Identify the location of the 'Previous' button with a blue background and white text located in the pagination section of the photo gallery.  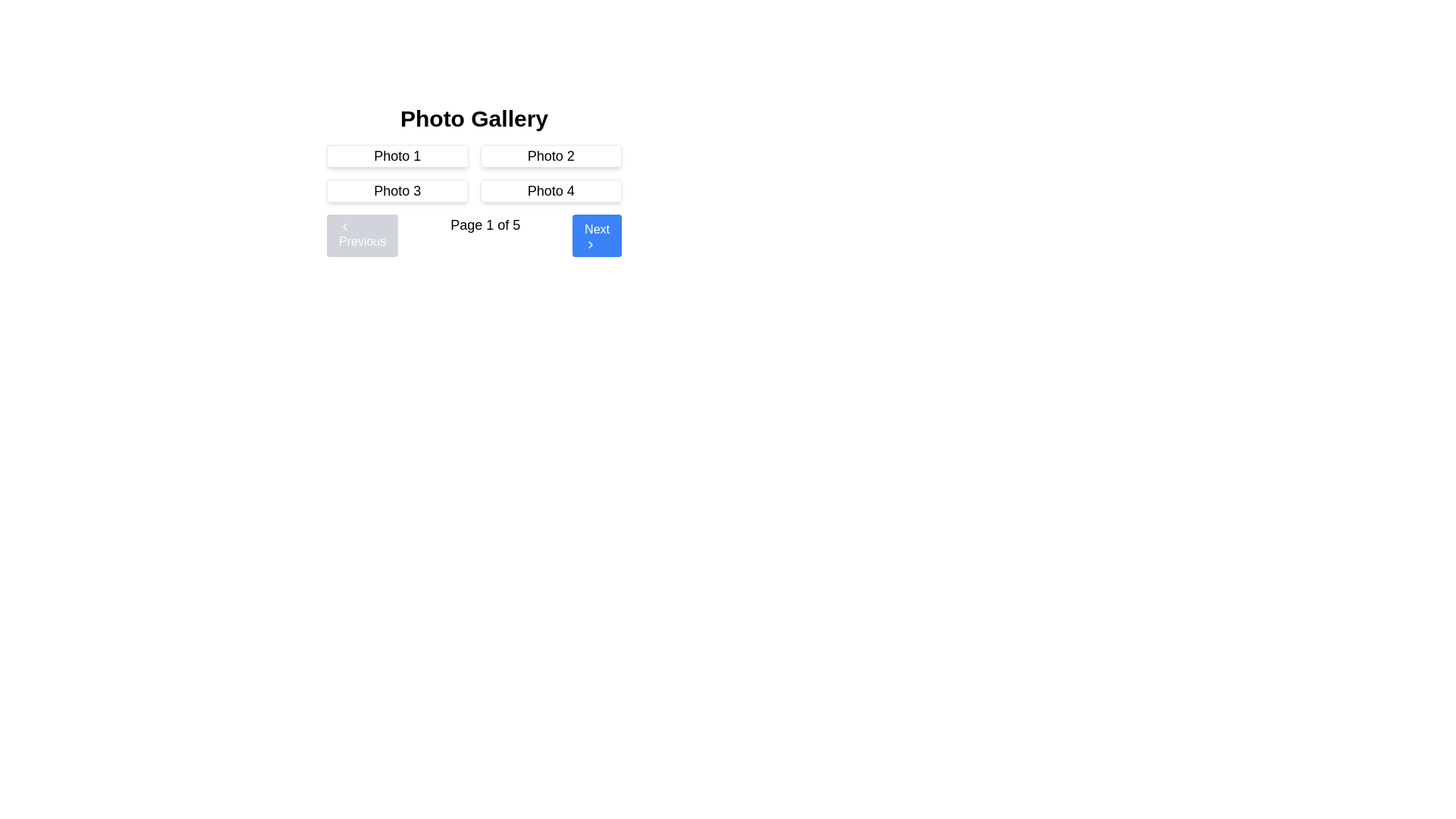
(362, 236).